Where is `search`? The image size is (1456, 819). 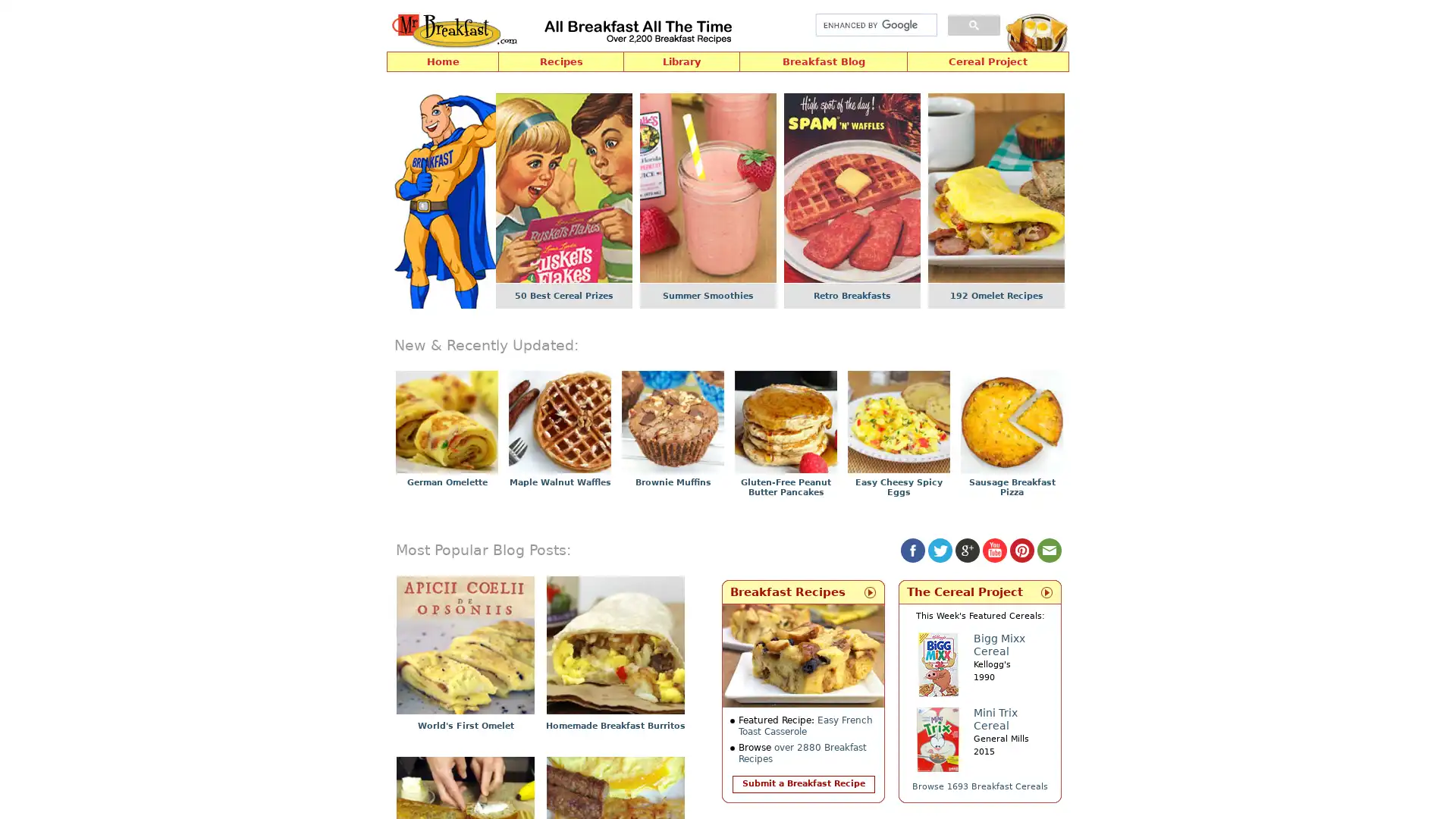 search is located at coordinates (974, 24).